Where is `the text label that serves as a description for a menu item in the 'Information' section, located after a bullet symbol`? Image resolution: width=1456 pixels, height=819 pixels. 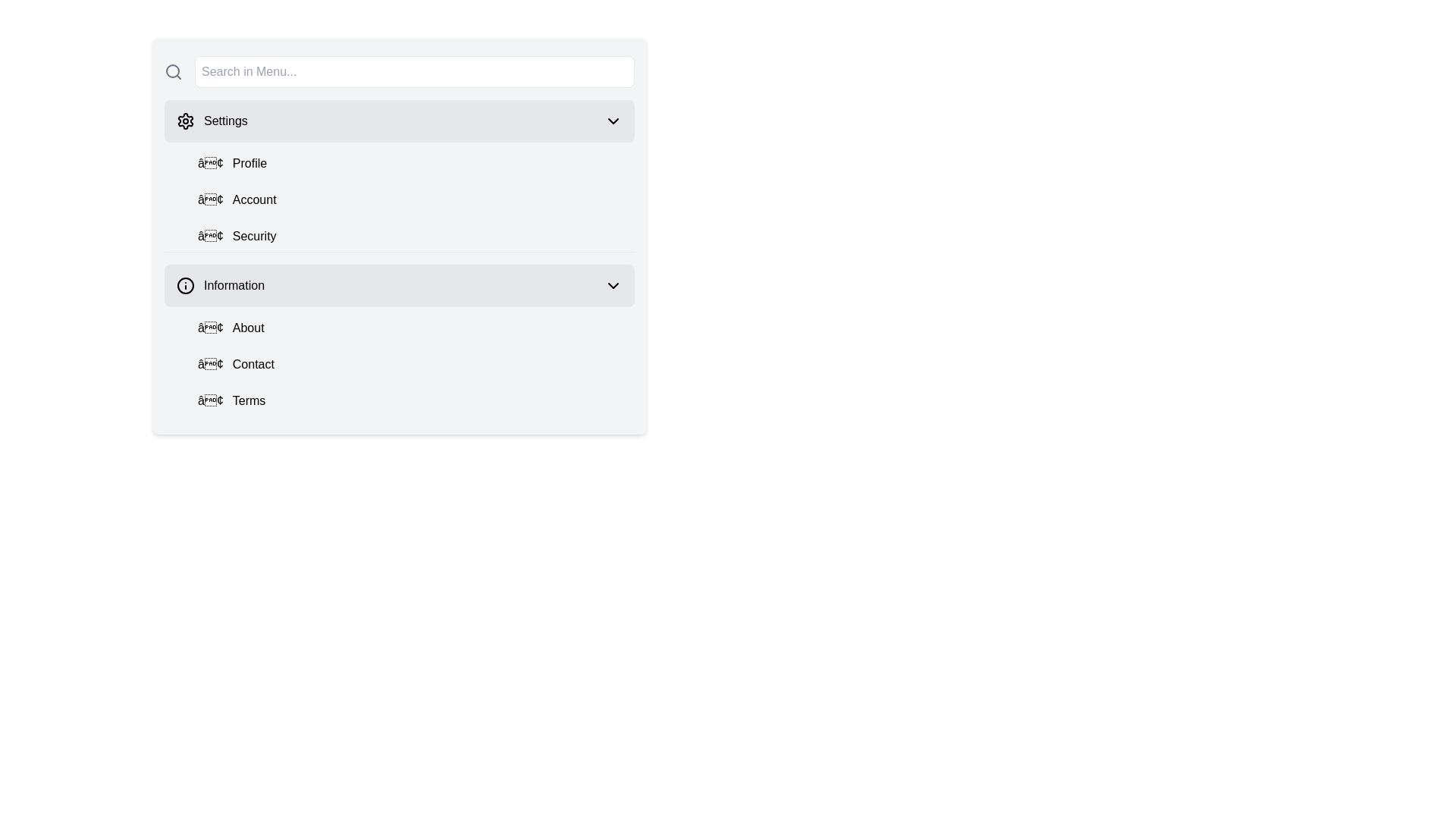
the text label that serves as a description for a menu item in the 'Information' section, located after a bullet symbol is located at coordinates (249, 400).